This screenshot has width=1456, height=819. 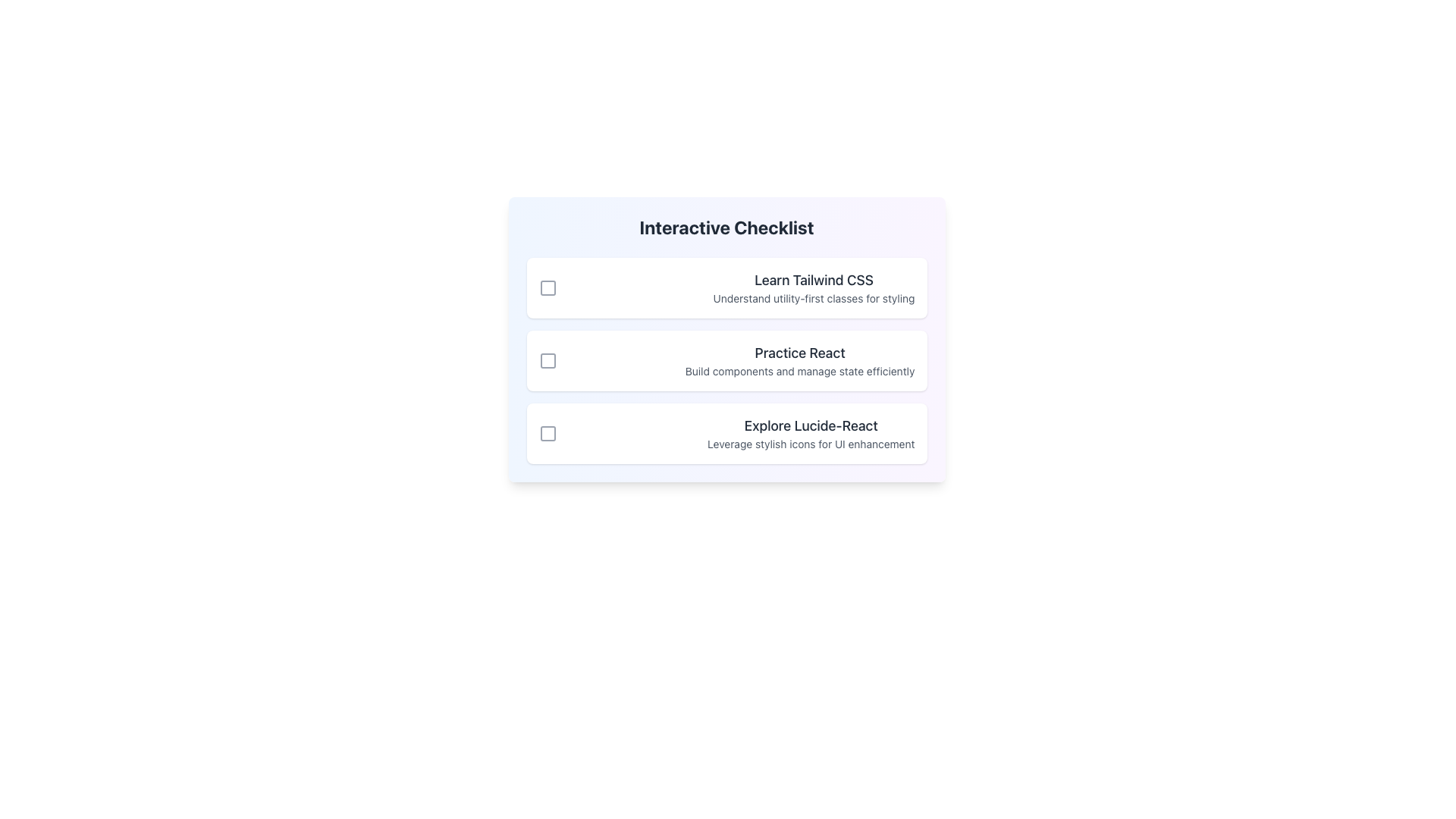 I want to click on the descriptive text in the third card of the interactive checklist that provides information about leveraging stylish icons using Lucide-React, so click(x=810, y=433).